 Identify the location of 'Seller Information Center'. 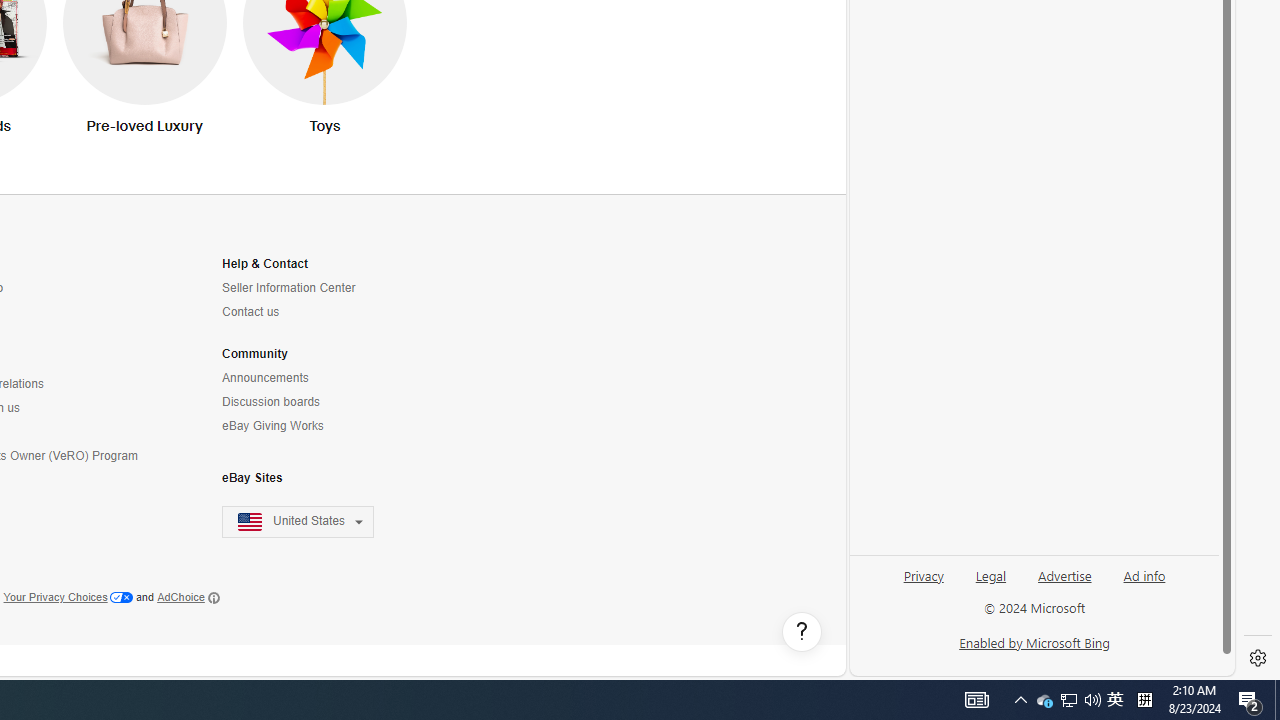
(287, 288).